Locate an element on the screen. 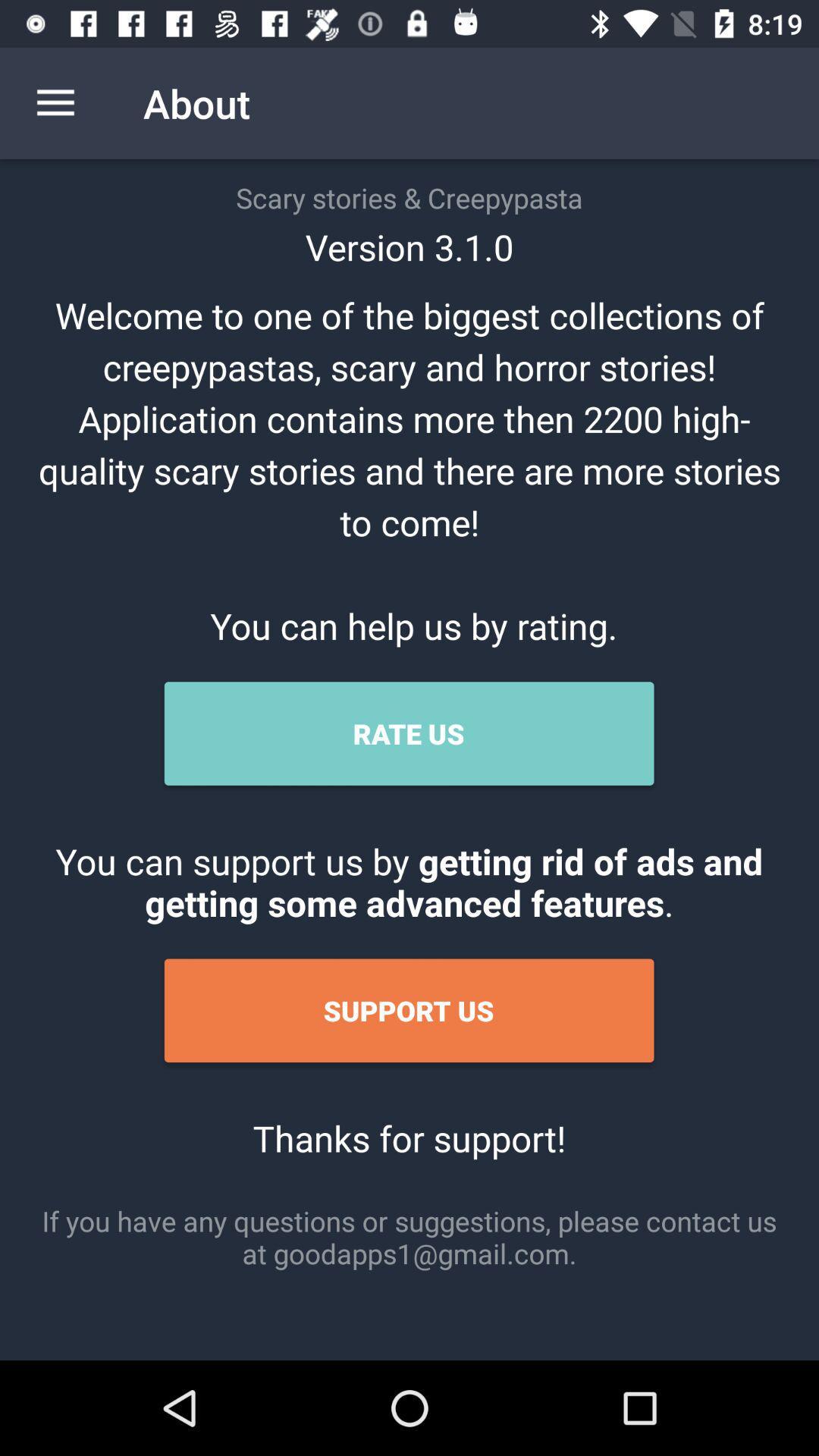 The image size is (819, 1456). icon below the welcome to one item is located at coordinates (408, 733).